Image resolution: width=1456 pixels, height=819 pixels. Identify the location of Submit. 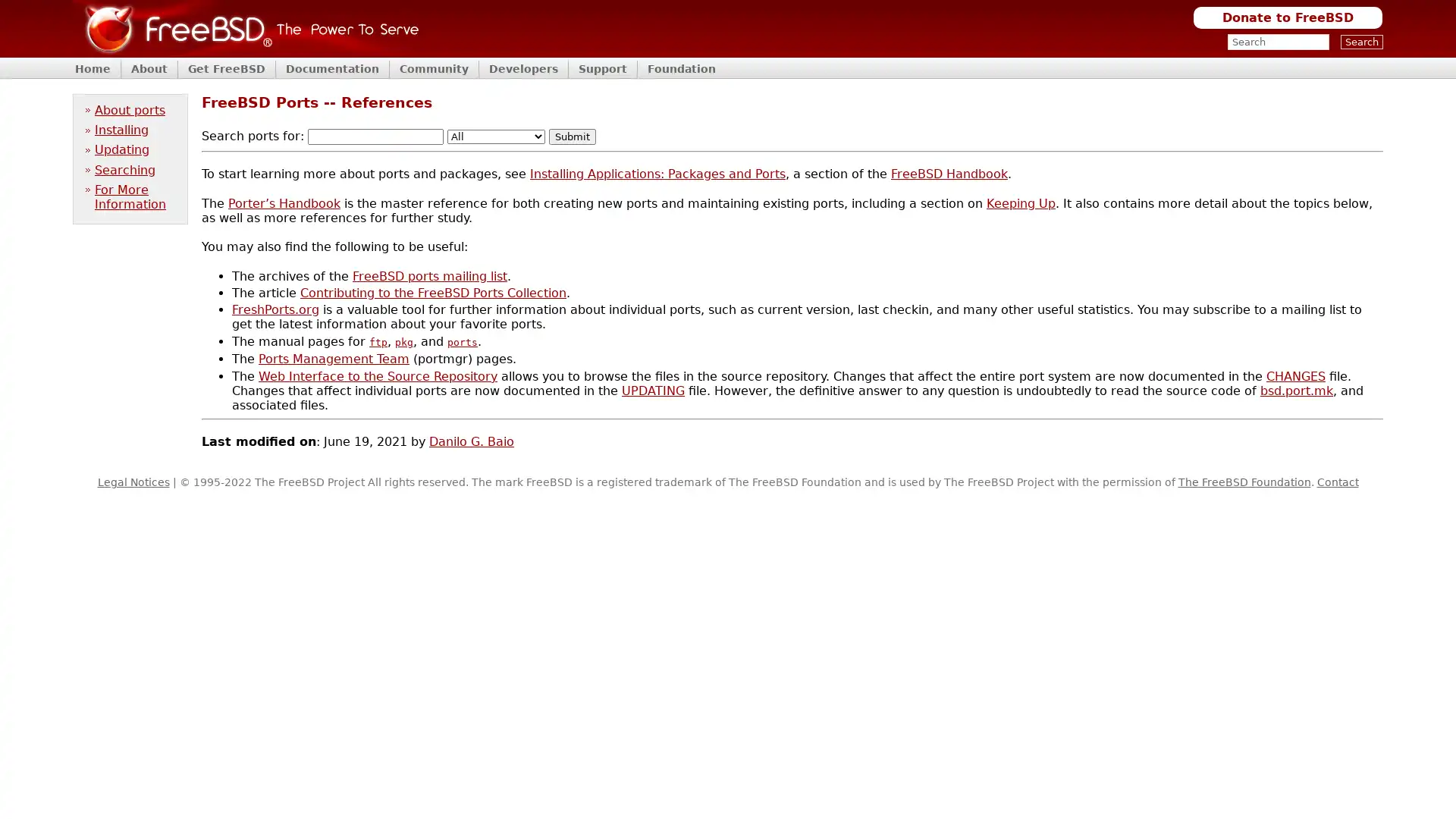
(571, 136).